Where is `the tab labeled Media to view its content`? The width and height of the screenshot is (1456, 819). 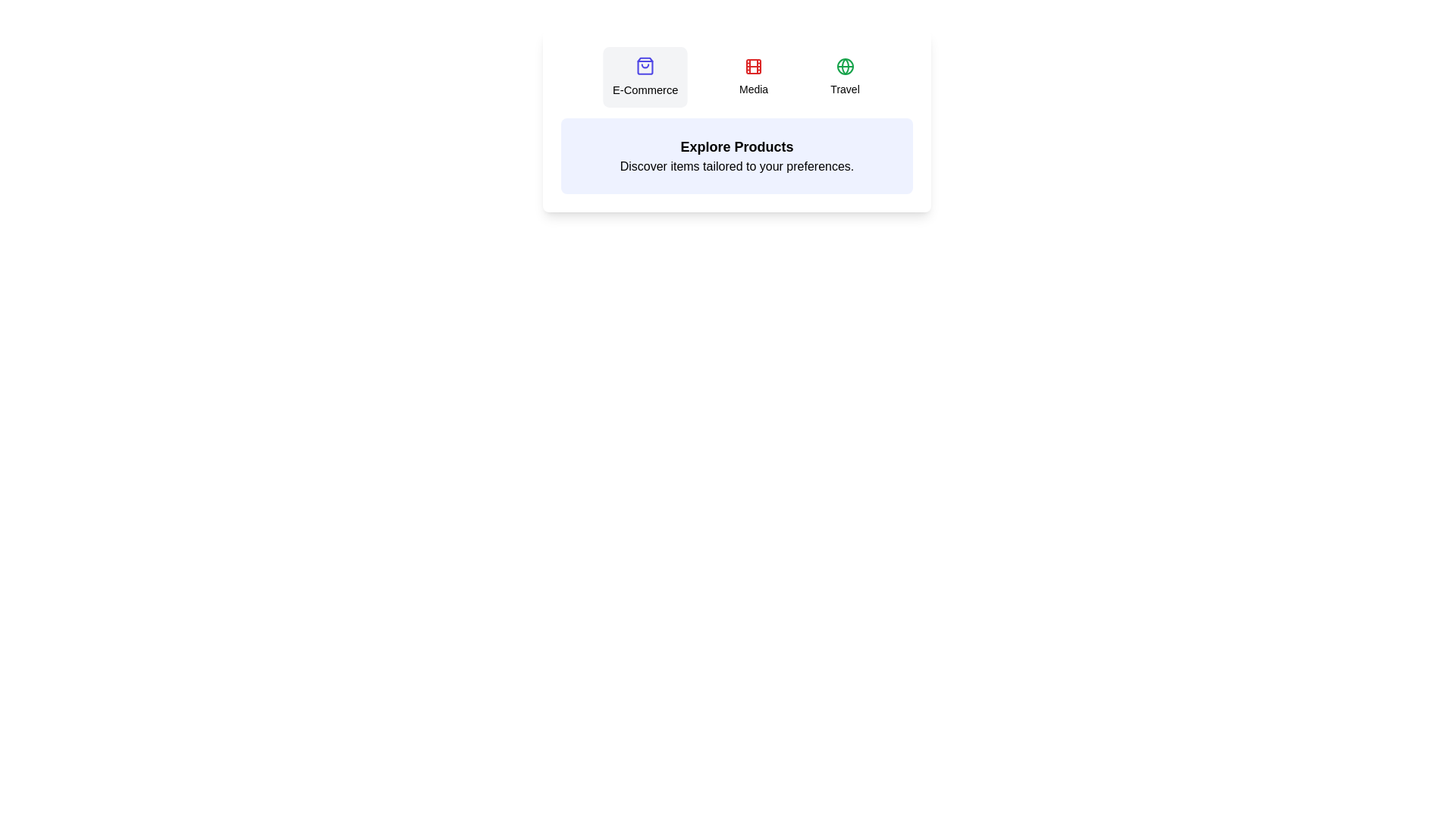
the tab labeled Media to view its content is located at coordinates (753, 77).